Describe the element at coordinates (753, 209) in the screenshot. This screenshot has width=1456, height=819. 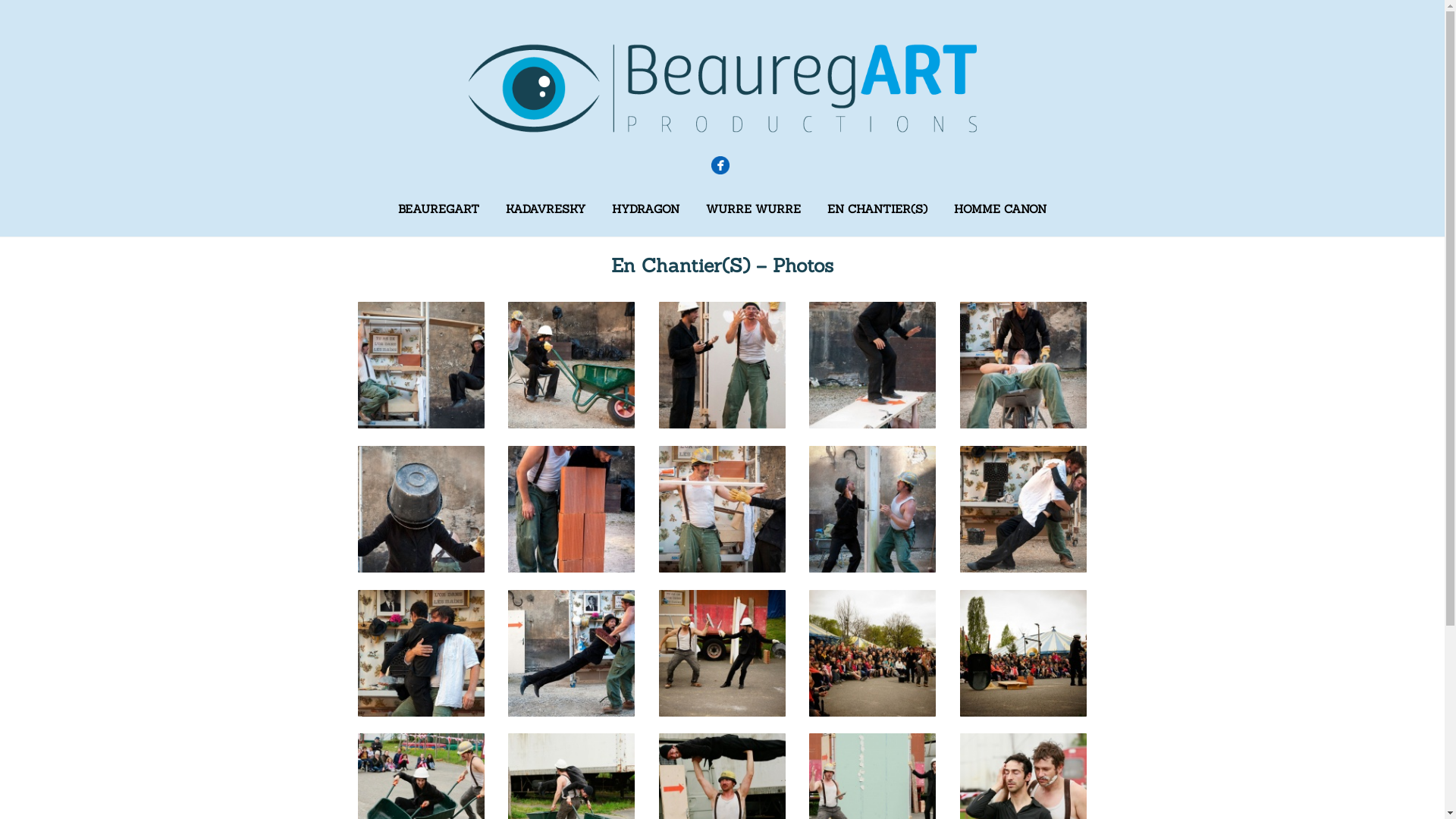
I see `'WURRE WURRE'` at that location.